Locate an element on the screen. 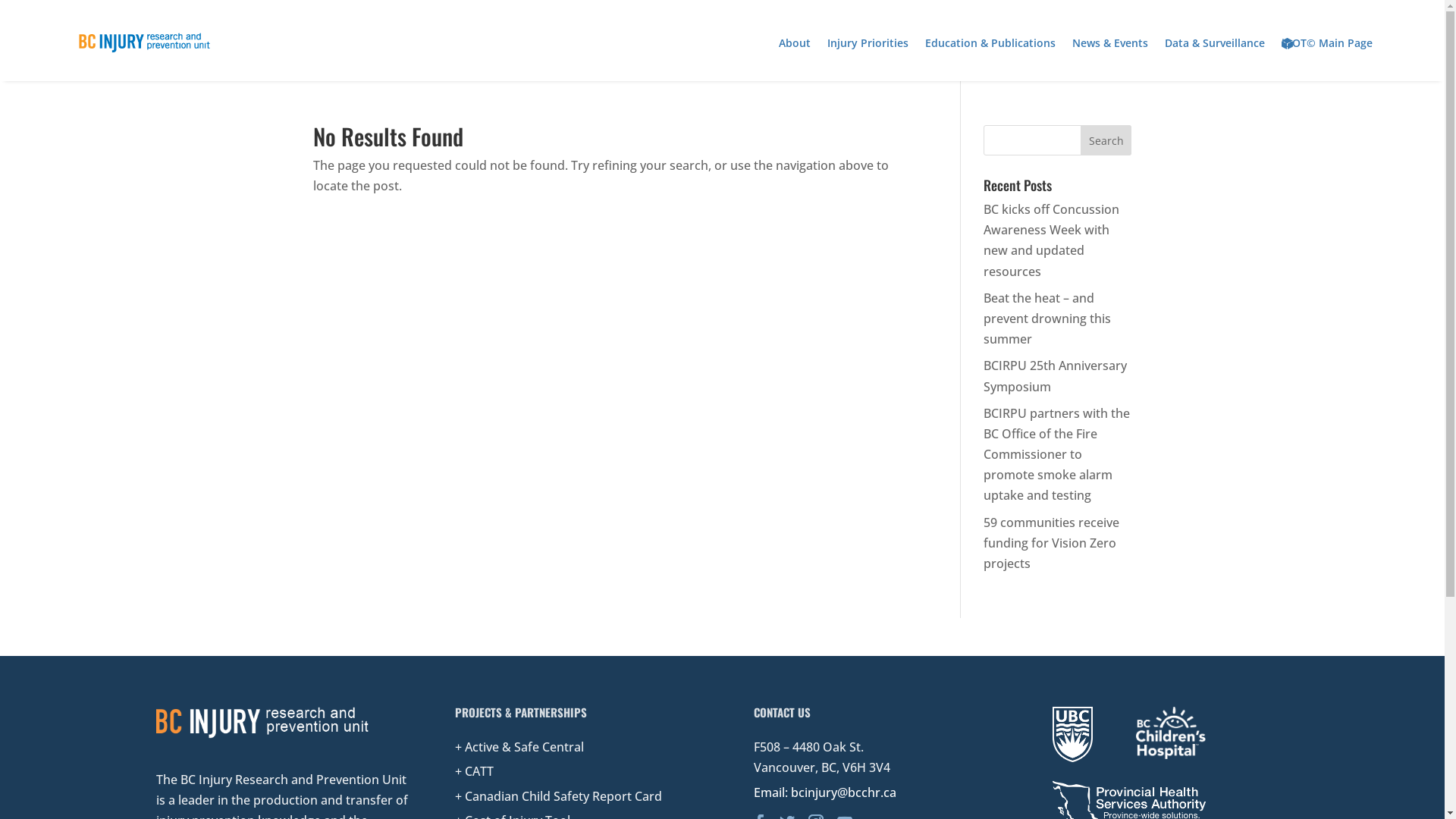 The image size is (1456, 819). 'Injury Priorities' is located at coordinates (826, 42).